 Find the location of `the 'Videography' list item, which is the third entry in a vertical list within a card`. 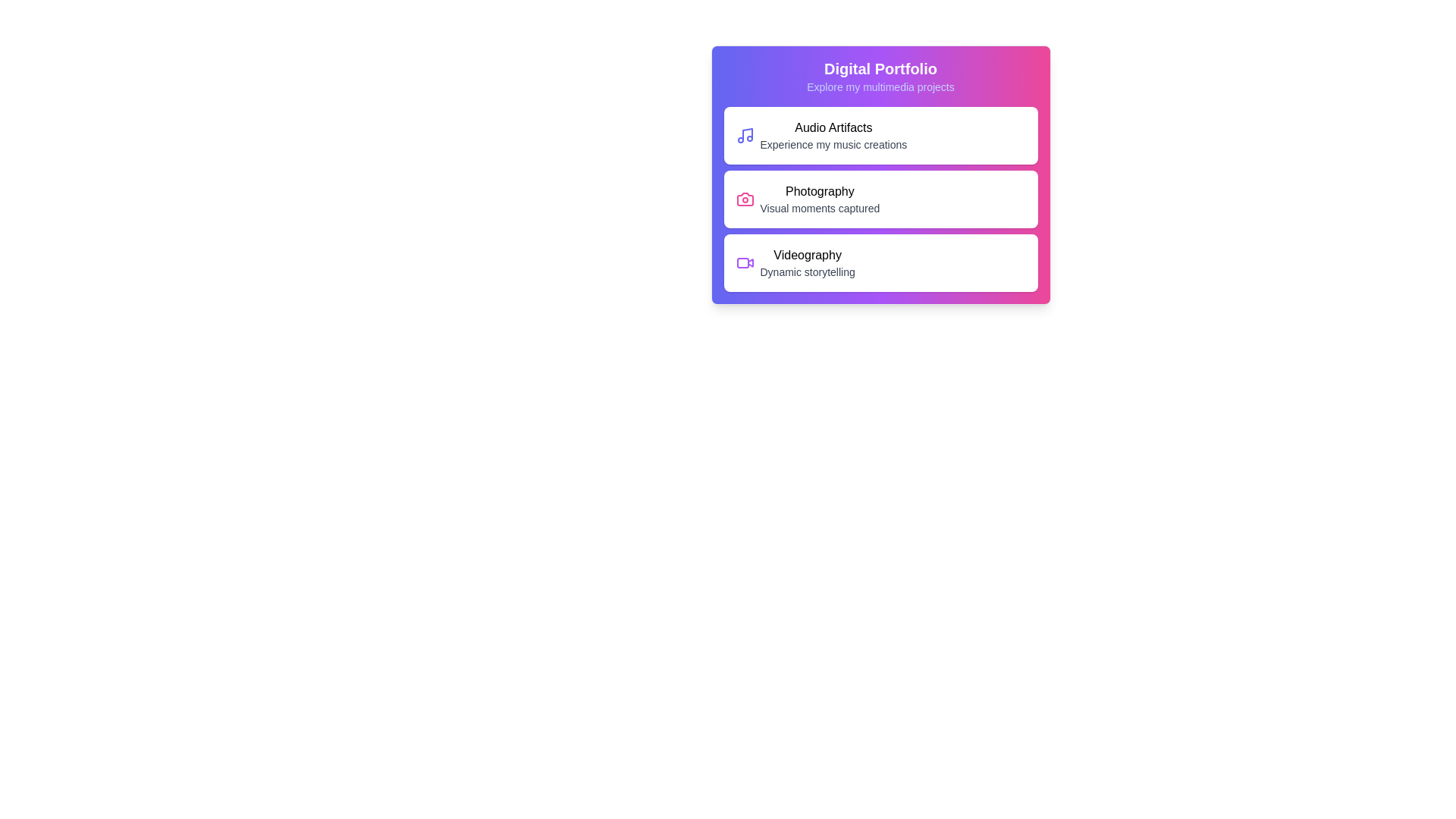

the 'Videography' list item, which is the third entry in a vertical list within a card is located at coordinates (807, 262).